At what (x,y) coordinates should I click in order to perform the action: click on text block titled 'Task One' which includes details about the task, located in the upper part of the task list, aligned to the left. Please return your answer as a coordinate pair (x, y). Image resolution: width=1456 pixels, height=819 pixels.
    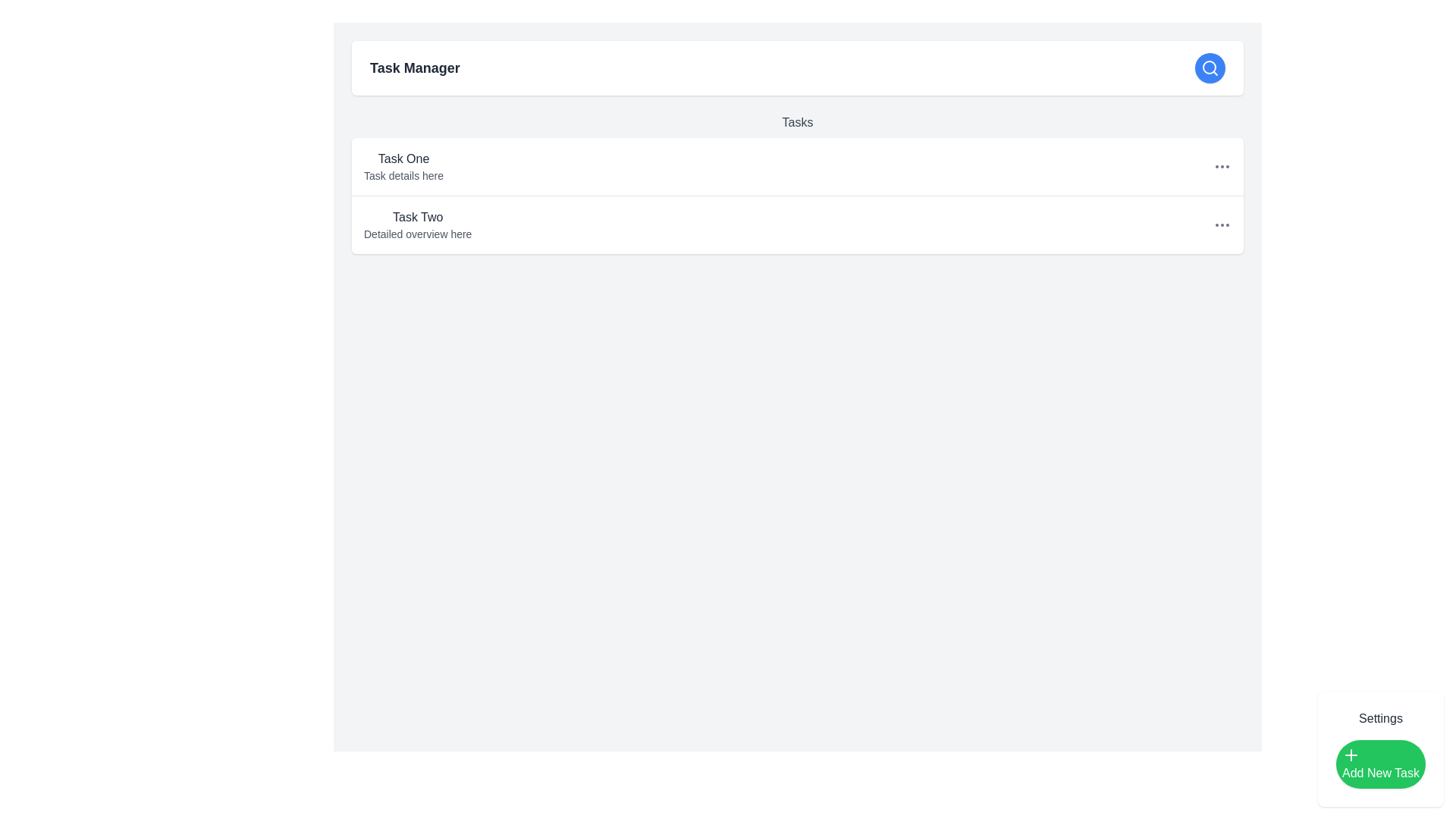
    Looking at the image, I should click on (403, 166).